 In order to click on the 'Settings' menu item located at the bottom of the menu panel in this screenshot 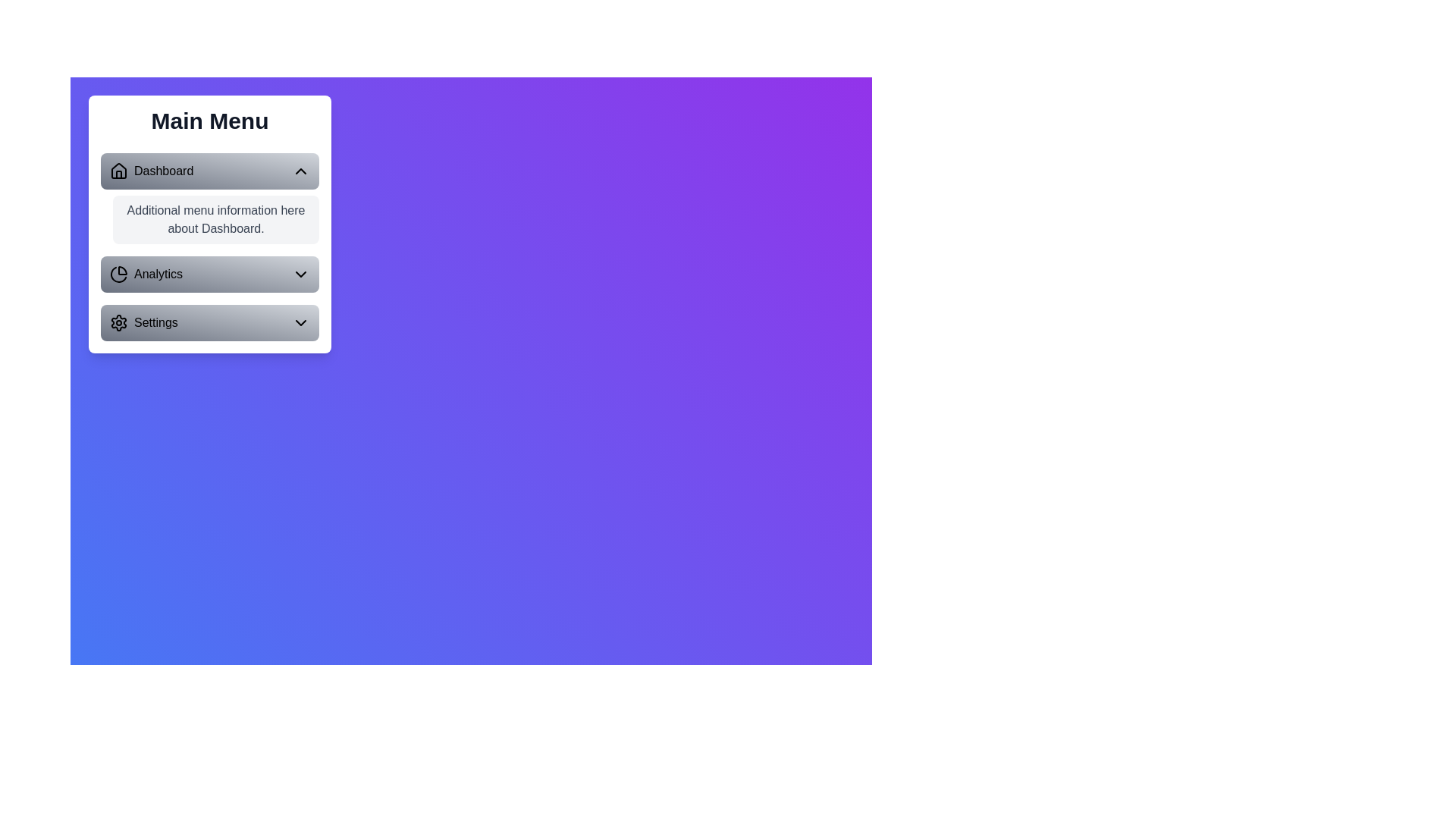, I will do `click(143, 322)`.